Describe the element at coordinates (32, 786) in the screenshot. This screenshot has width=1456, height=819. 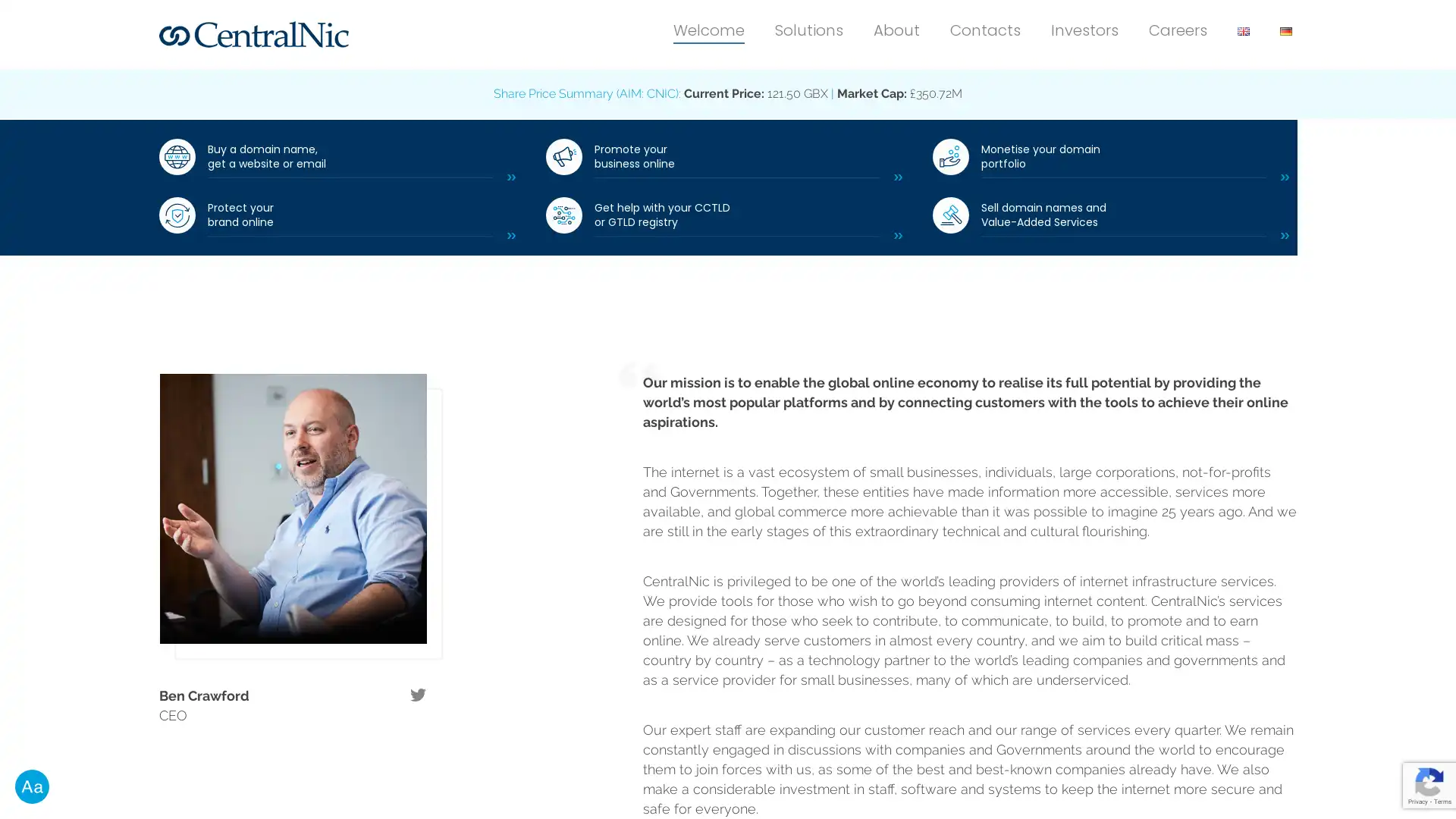
I see `Open accessibility options, statement and help` at that location.